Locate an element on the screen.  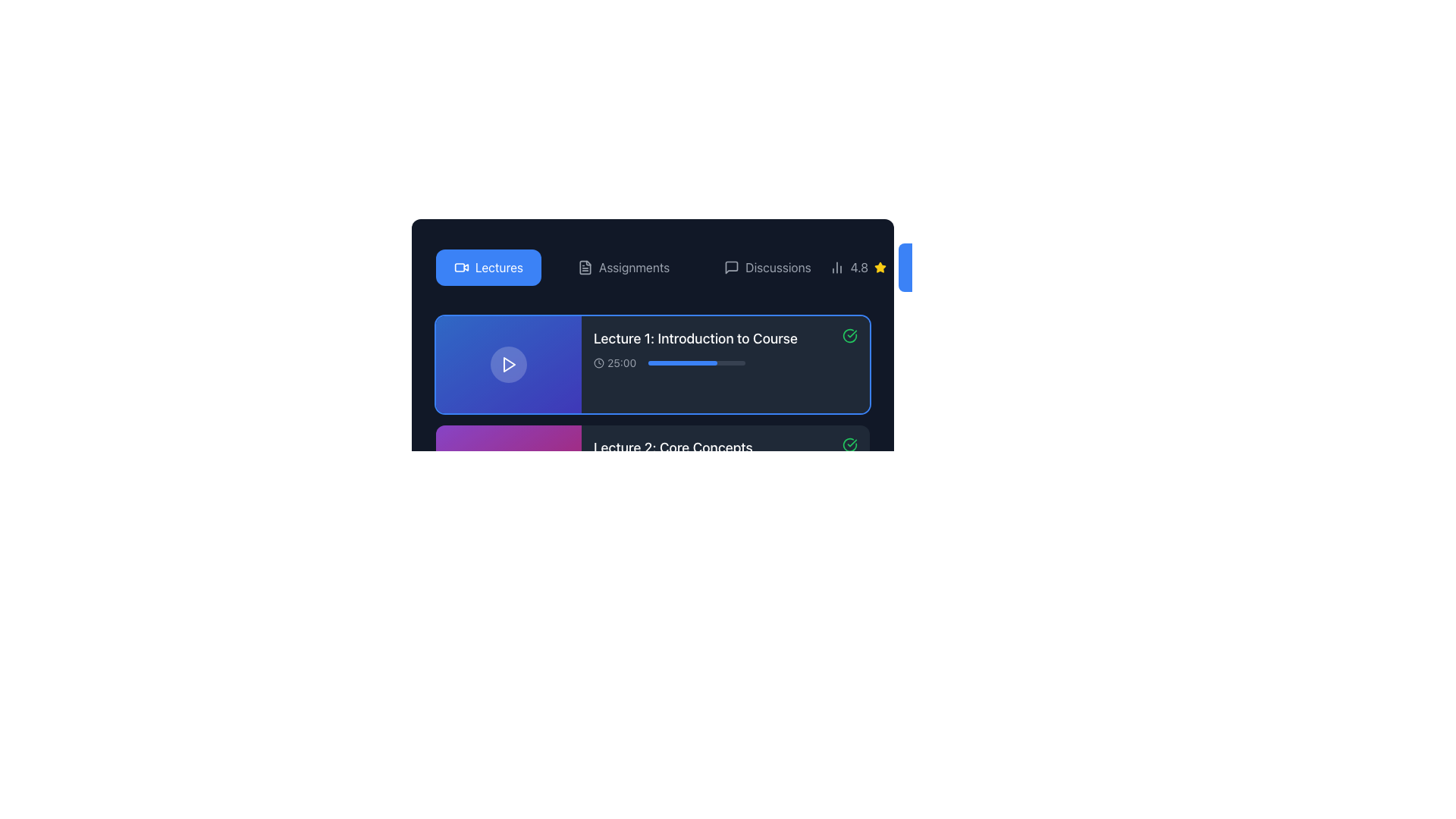
the 'Discussions' text label in the top navigation bar is located at coordinates (778, 267).